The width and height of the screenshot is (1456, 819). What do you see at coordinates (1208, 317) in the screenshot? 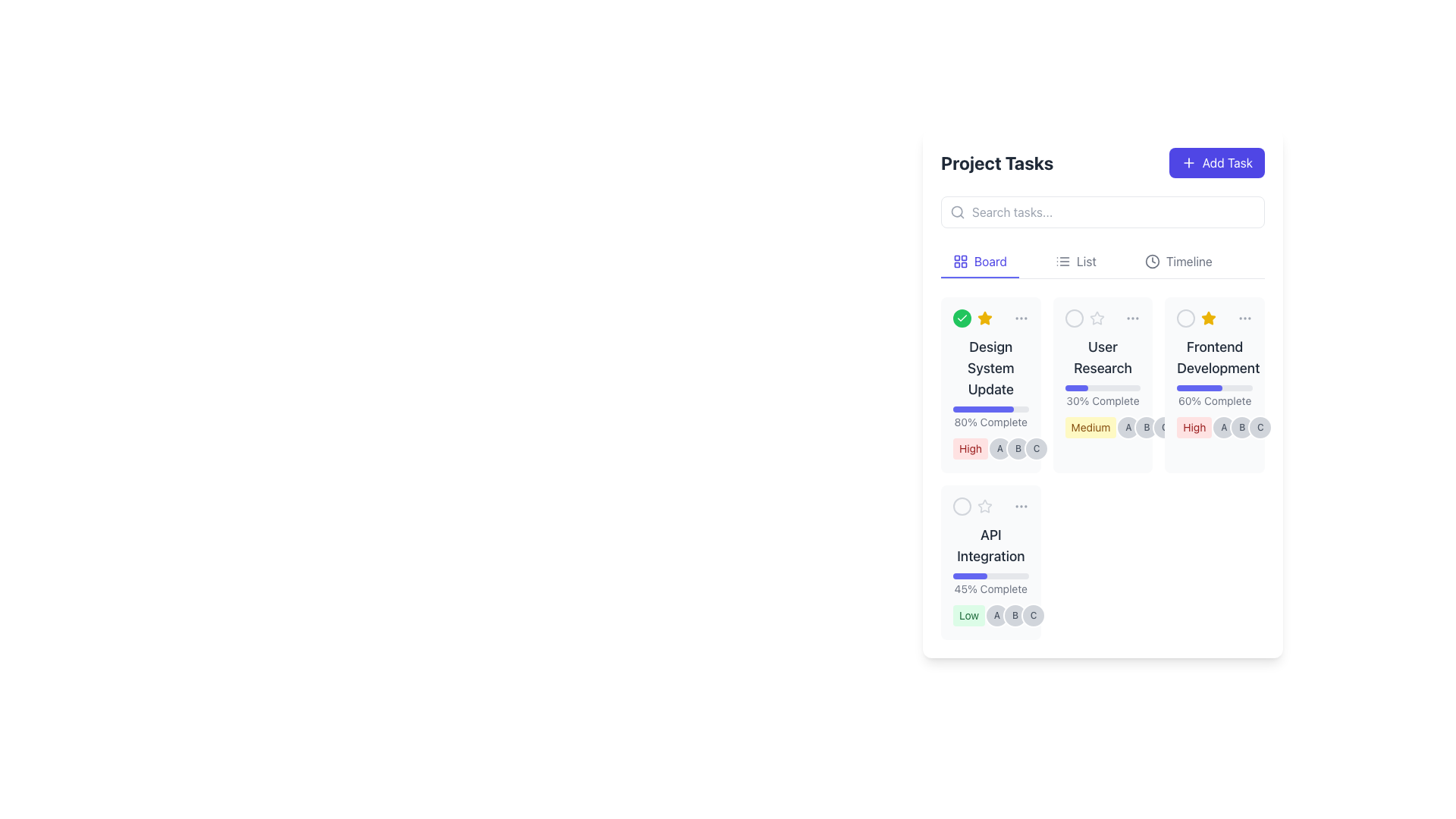
I see `the gold star icon located in the third column under 'Frontend Development'` at bounding box center [1208, 317].